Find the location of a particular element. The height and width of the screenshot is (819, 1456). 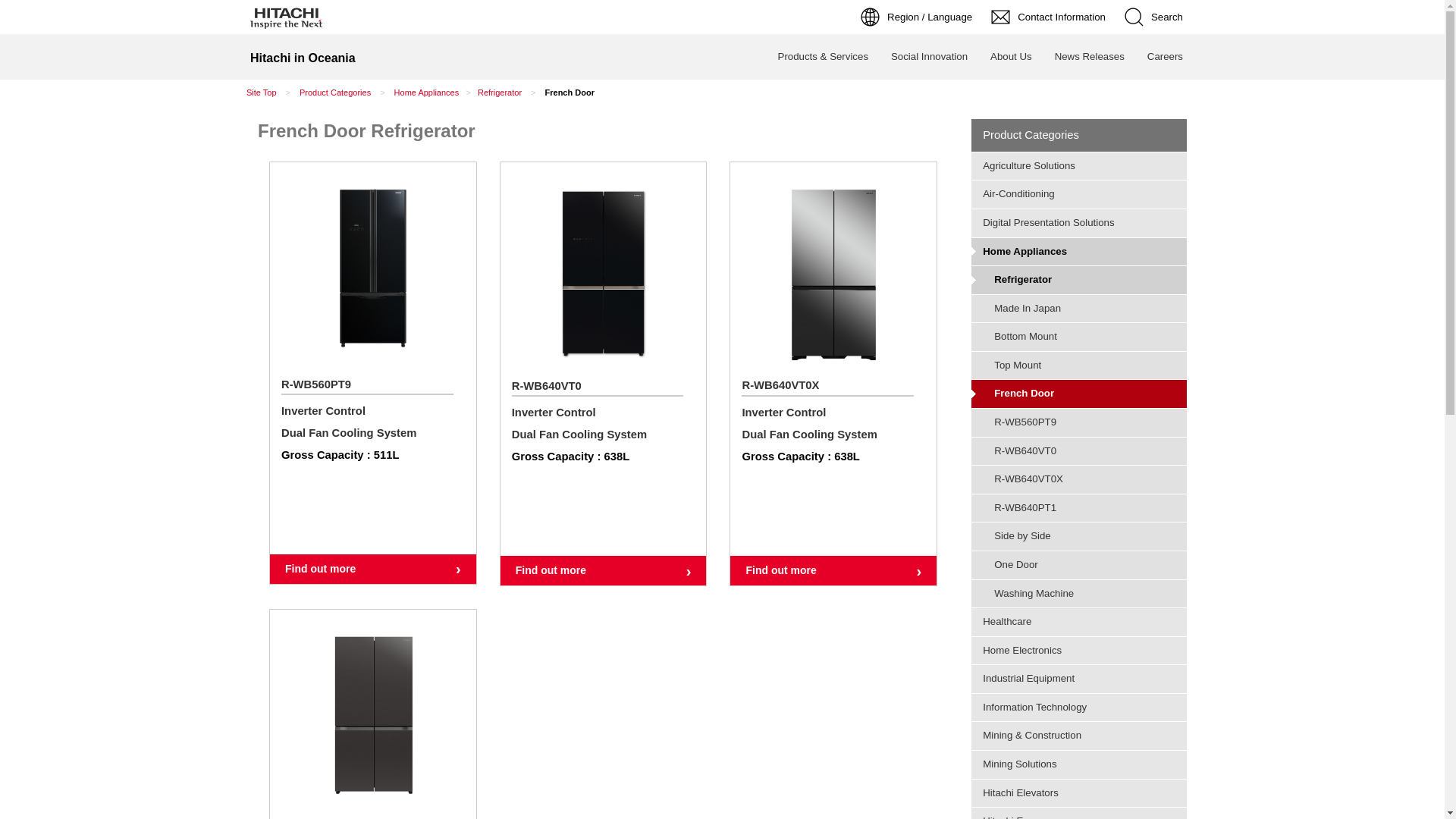

'Site Top' is located at coordinates (262, 93).